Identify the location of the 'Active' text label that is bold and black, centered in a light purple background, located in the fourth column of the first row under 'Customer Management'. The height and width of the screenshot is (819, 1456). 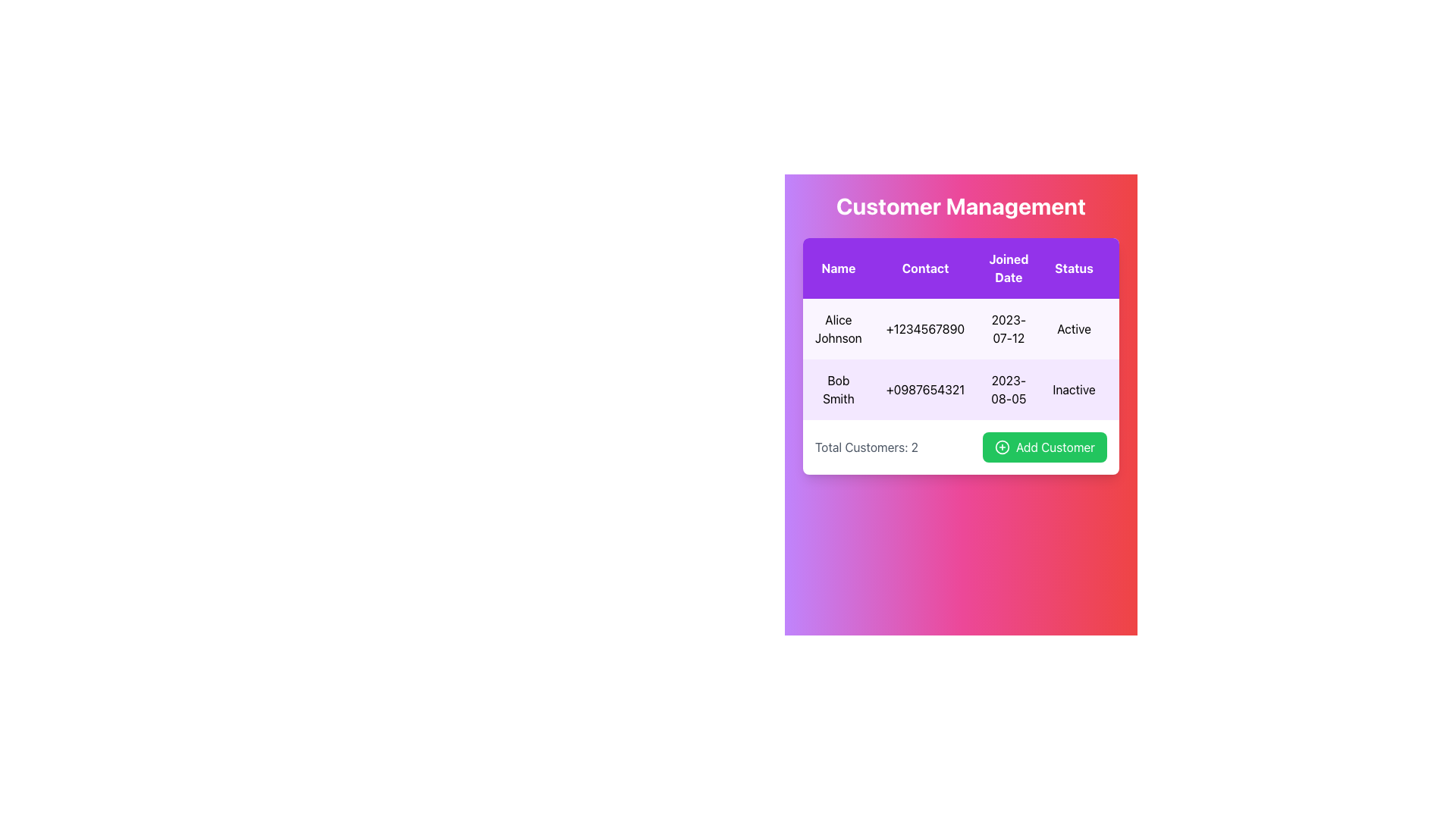
(1073, 328).